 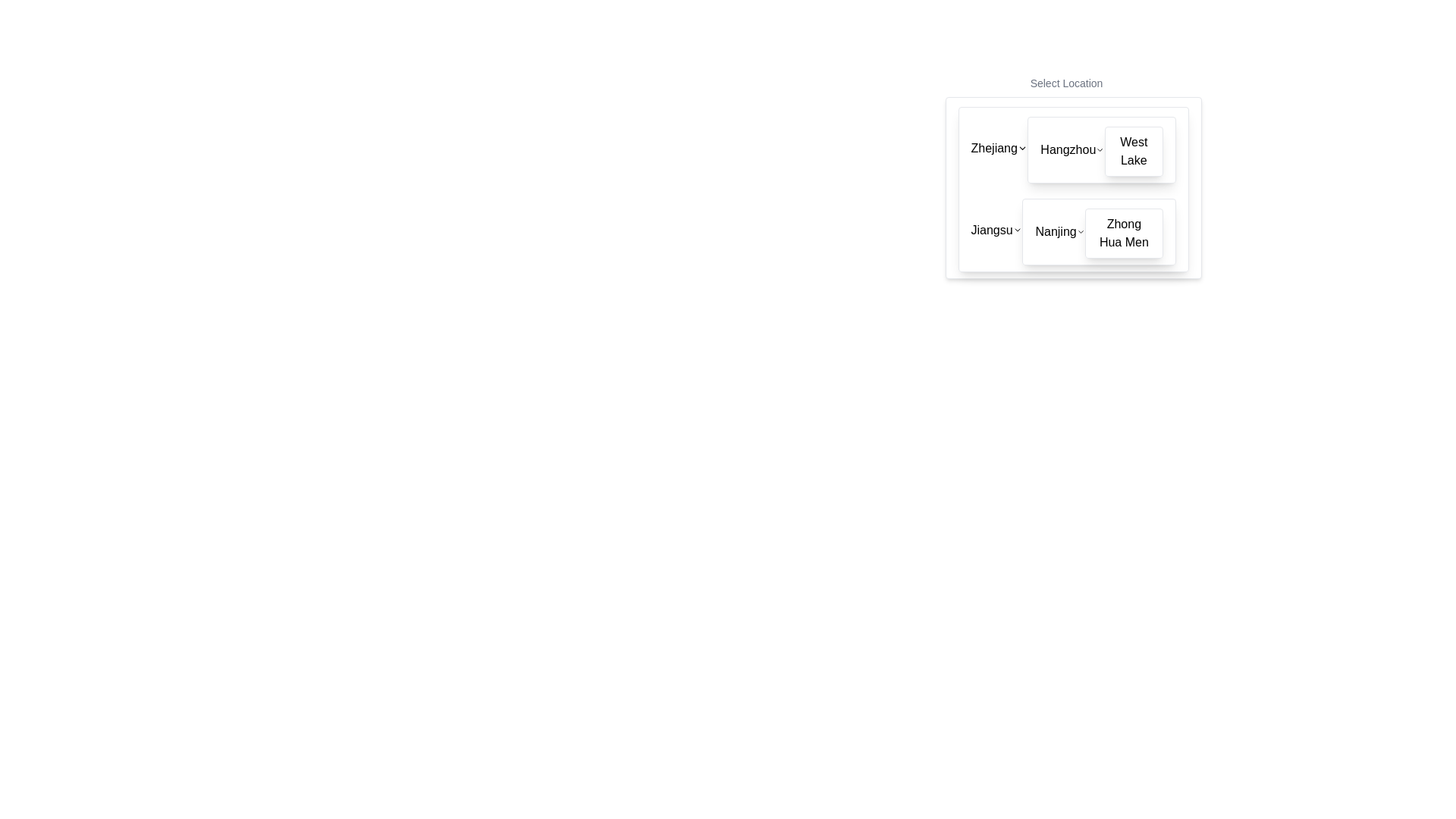 What do you see at coordinates (1018, 231) in the screenshot?
I see `the chevron downwards icon adjacent to the text 'Jiangsu'` at bounding box center [1018, 231].